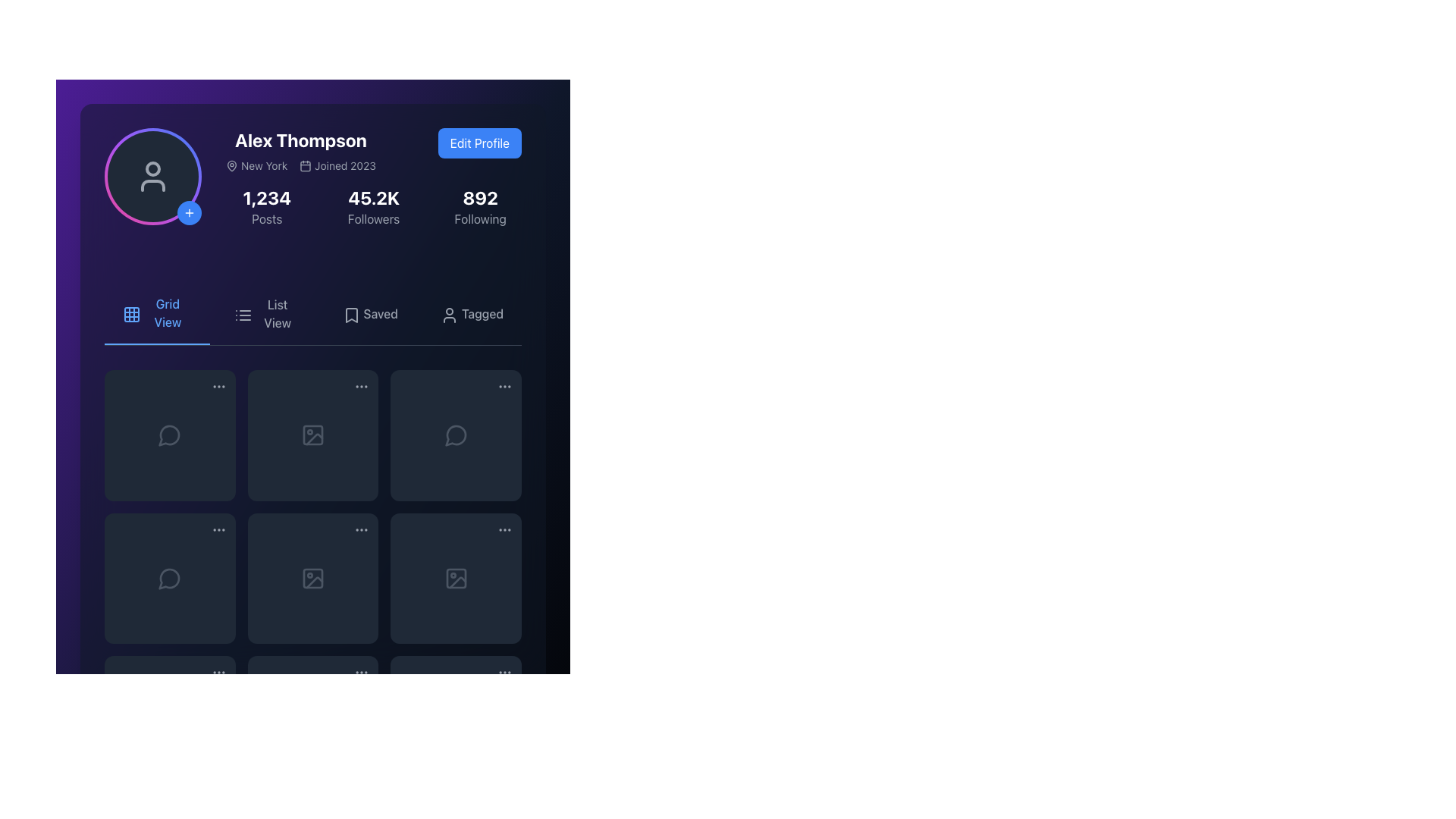  Describe the element at coordinates (505, 672) in the screenshot. I see `the circular button located in the bottom-right corner of the interface` at that location.